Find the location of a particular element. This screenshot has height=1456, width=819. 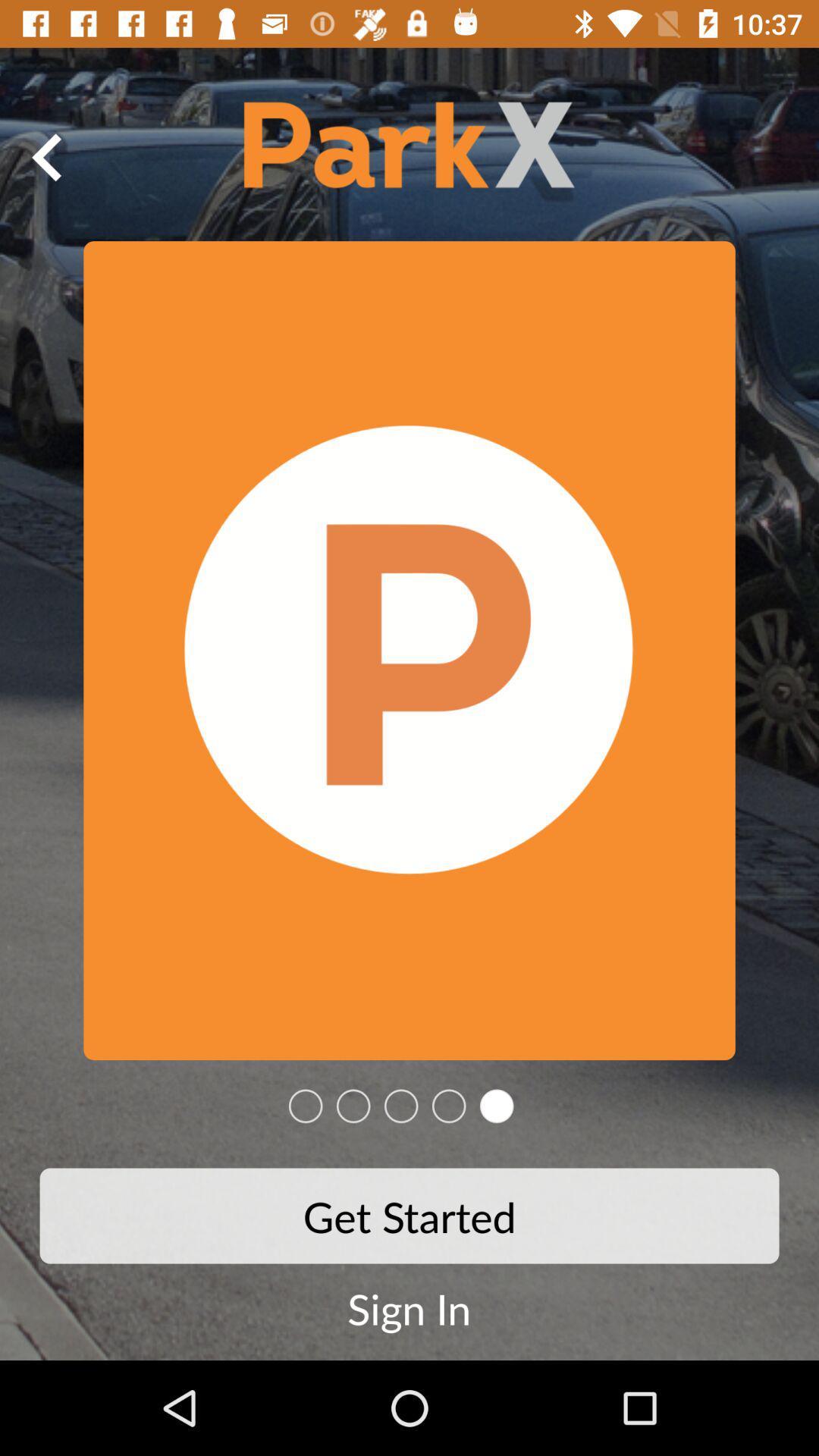

the arrow_backward icon is located at coordinates (46, 157).